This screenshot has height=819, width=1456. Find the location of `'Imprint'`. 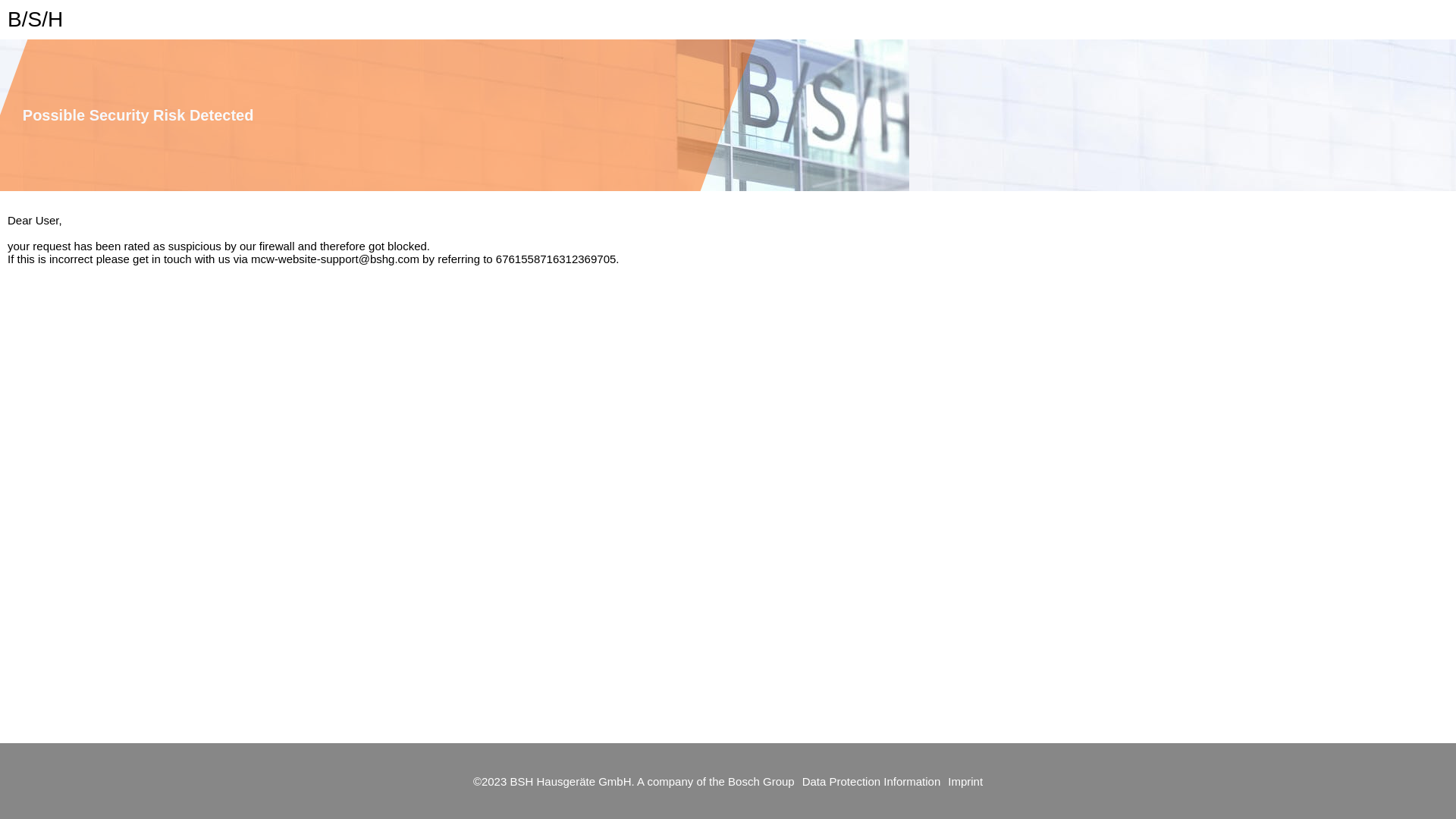

'Imprint' is located at coordinates (946, 781).